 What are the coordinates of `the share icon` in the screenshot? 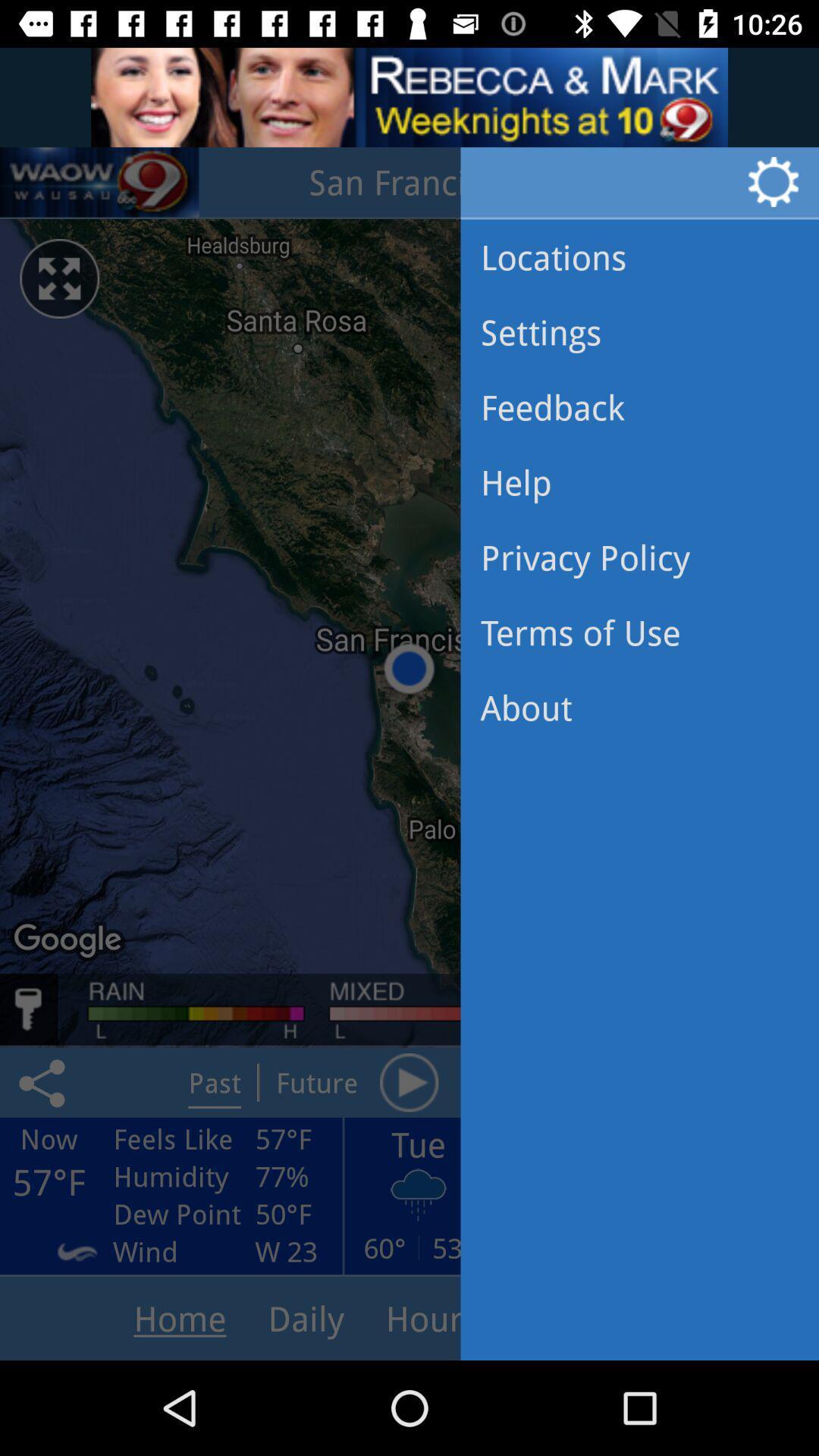 It's located at (44, 1081).